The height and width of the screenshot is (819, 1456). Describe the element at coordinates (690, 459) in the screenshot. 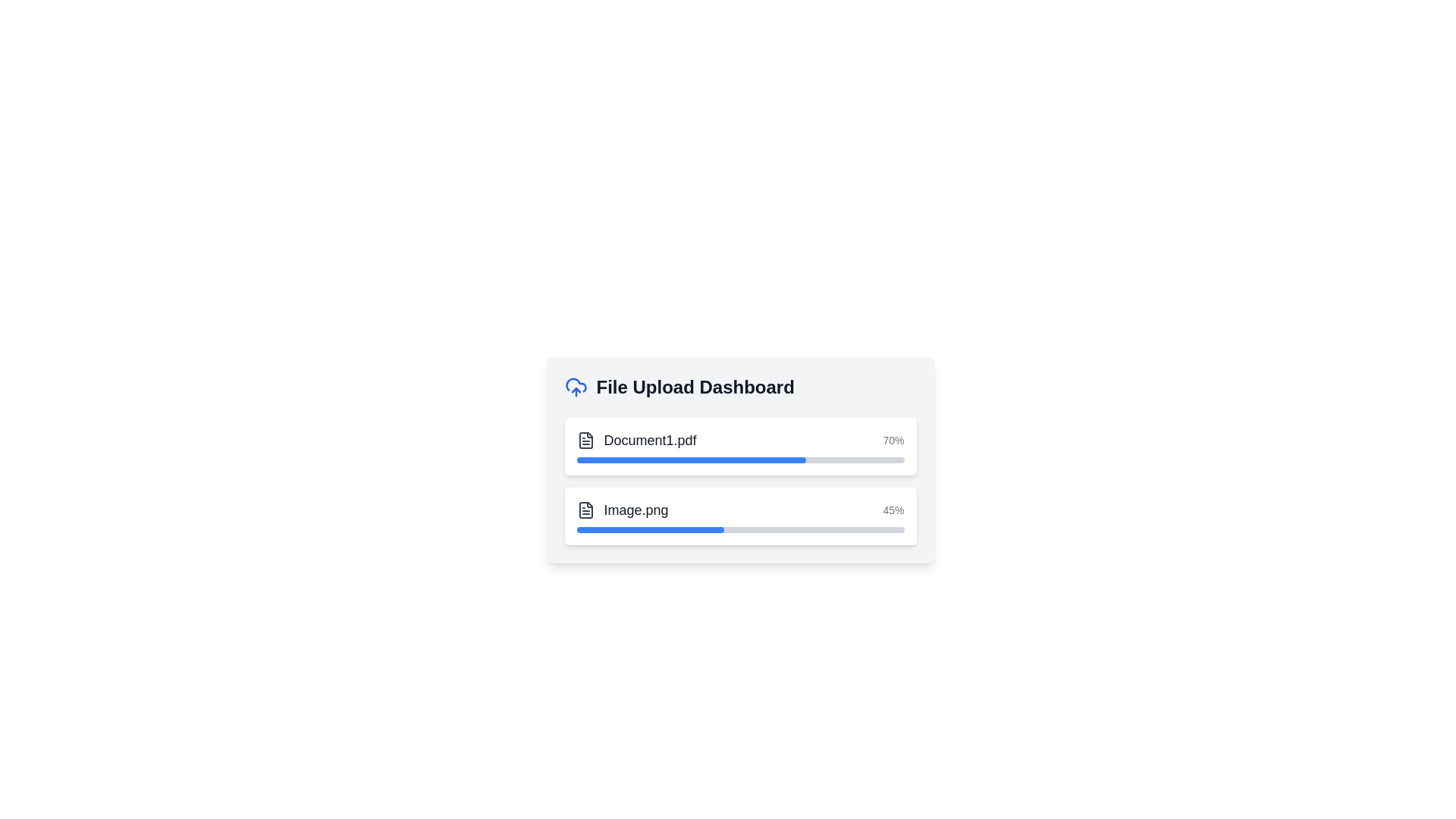

I see `the progress indicator of the file upload for 'Document1.pdf', which visually represents 70% completion in the File Upload Dashboard` at that location.